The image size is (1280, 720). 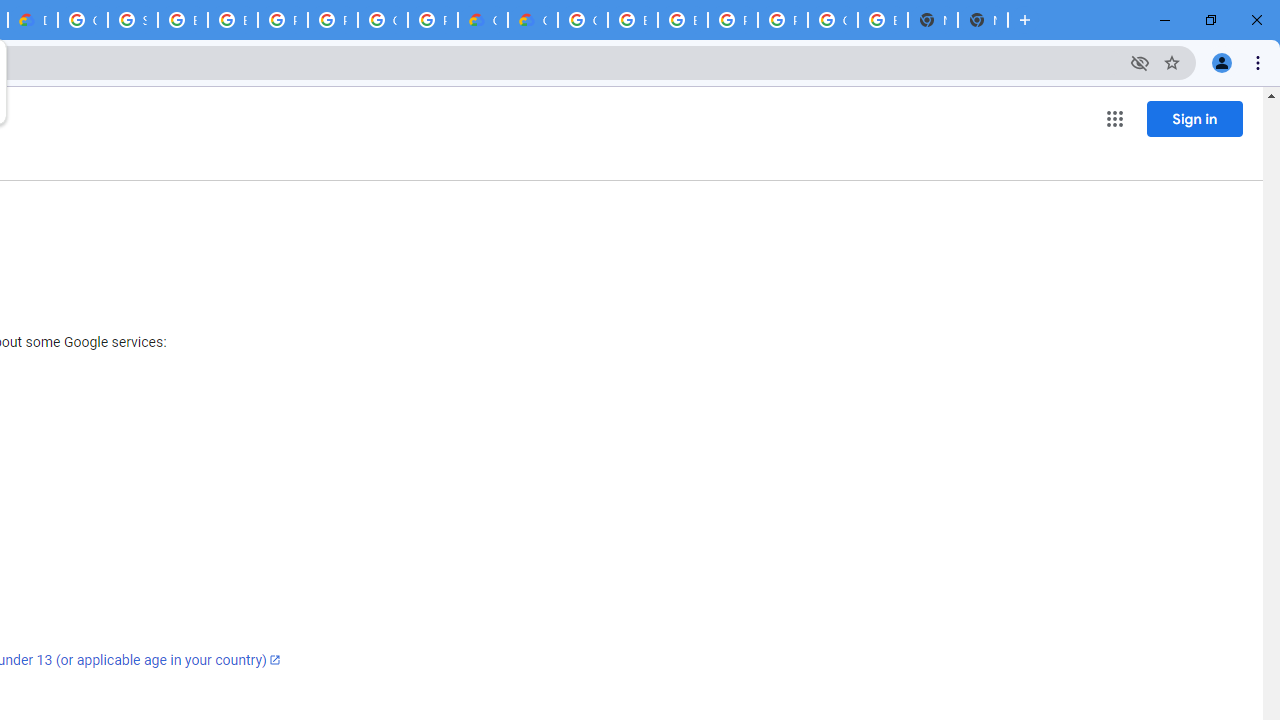 What do you see at coordinates (383, 20) in the screenshot?
I see `'Google Cloud Platform'` at bounding box center [383, 20].